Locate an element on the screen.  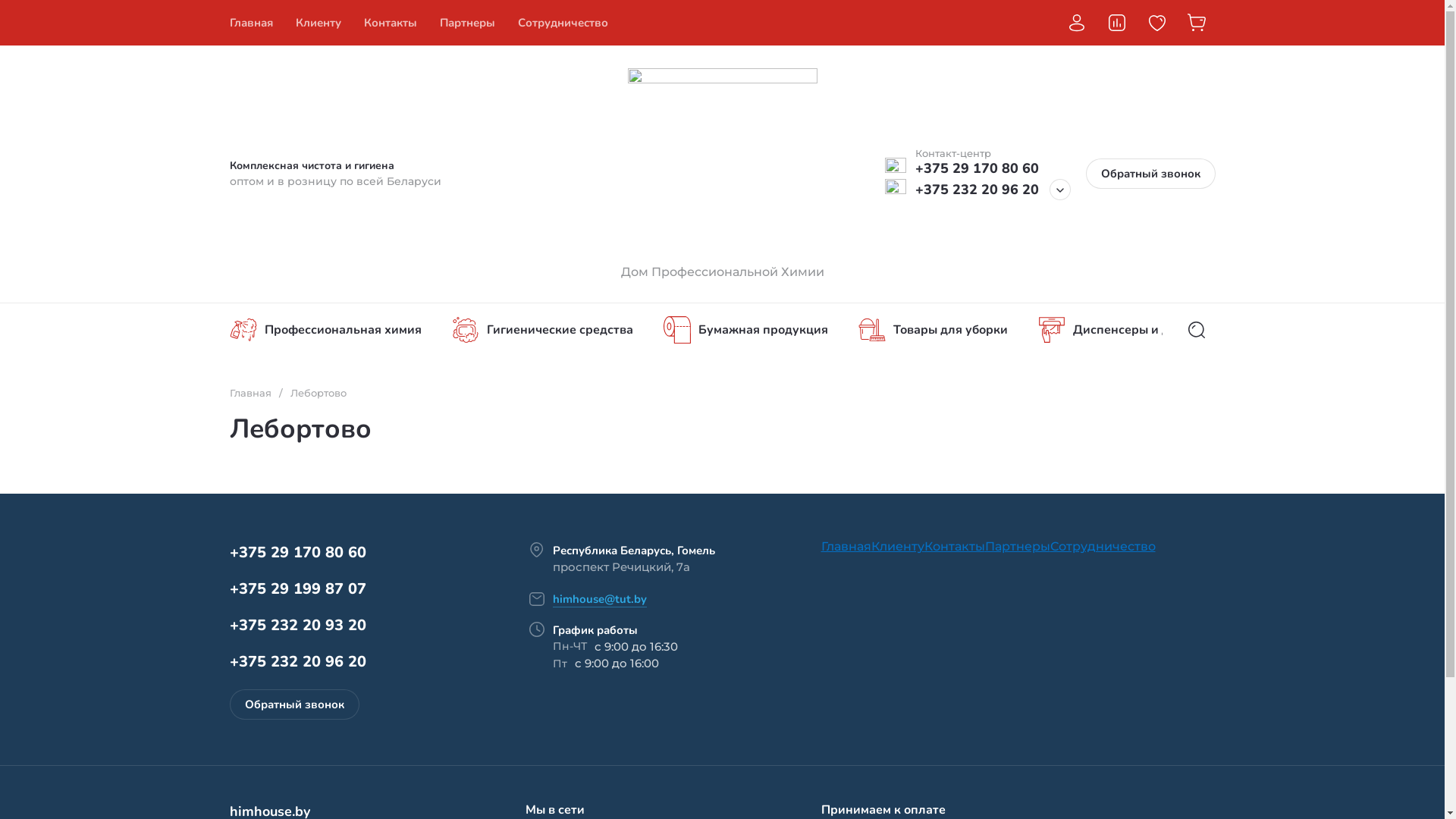
'+375 232 20 93 20' is located at coordinates (297, 625).